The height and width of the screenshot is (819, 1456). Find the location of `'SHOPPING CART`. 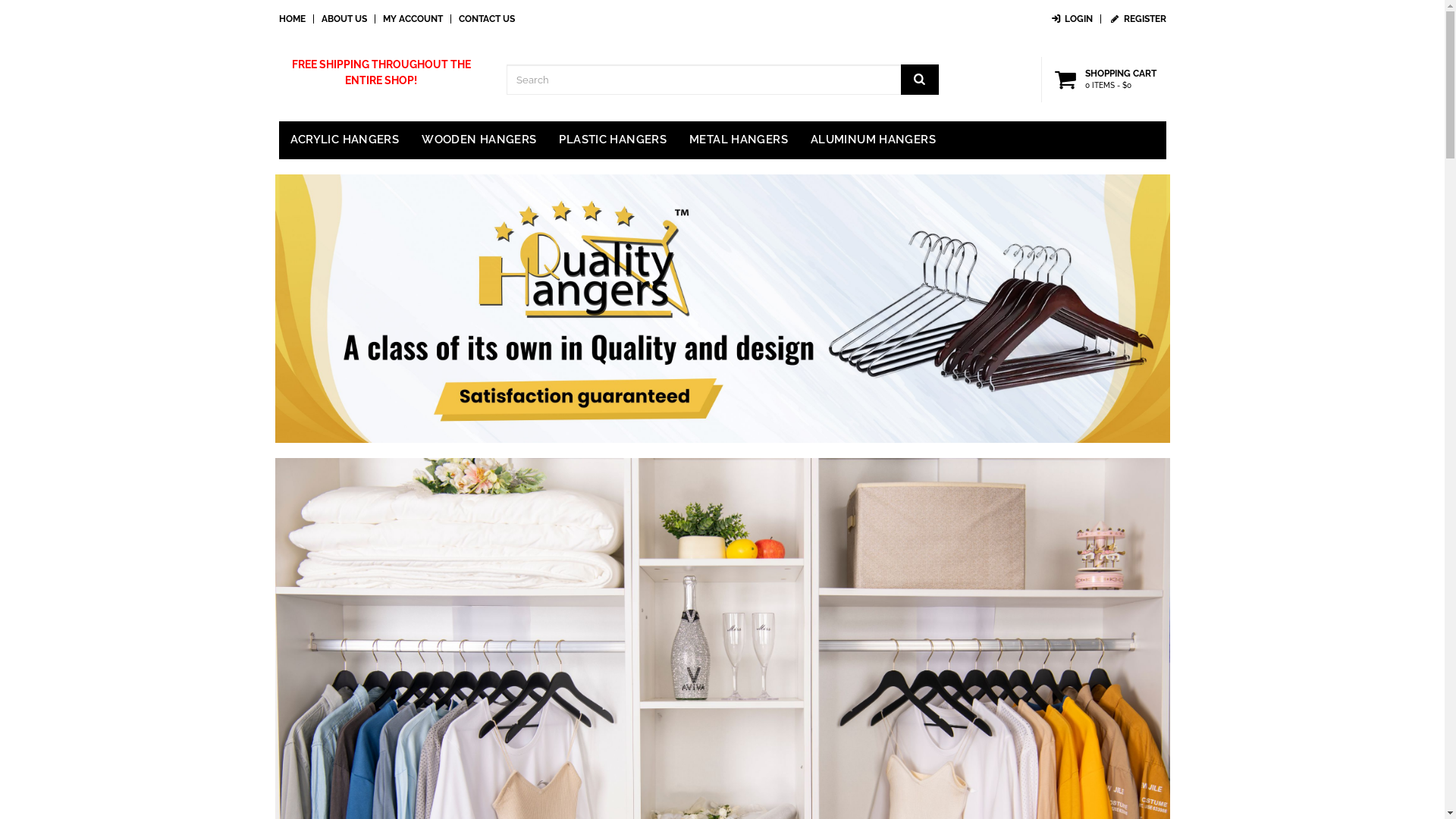

'SHOPPING CART is located at coordinates (1107, 79).